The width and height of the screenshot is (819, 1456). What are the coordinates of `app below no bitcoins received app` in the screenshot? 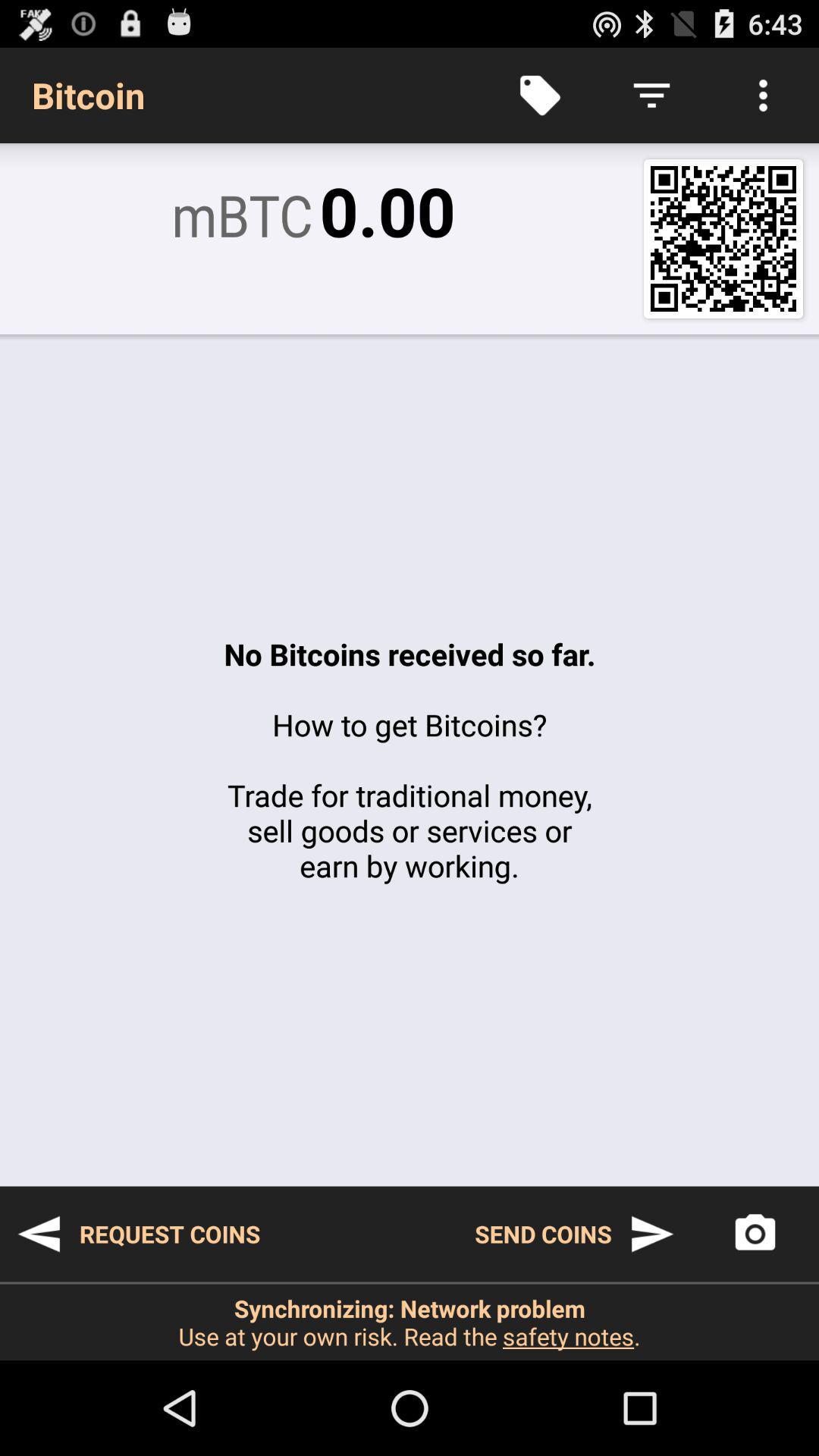 It's located at (755, 1234).